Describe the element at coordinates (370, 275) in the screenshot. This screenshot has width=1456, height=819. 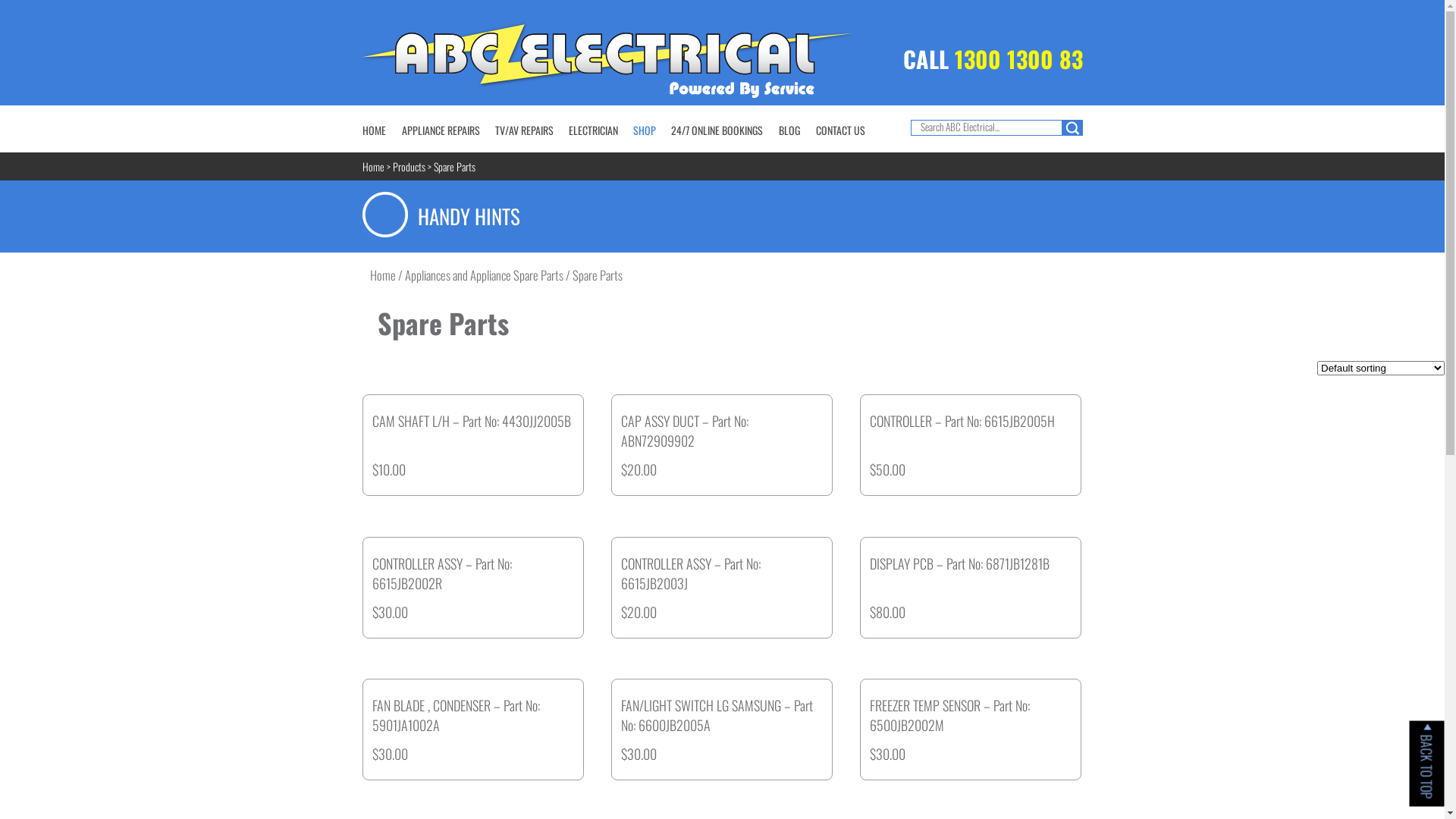
I see `'Home'` at that location.